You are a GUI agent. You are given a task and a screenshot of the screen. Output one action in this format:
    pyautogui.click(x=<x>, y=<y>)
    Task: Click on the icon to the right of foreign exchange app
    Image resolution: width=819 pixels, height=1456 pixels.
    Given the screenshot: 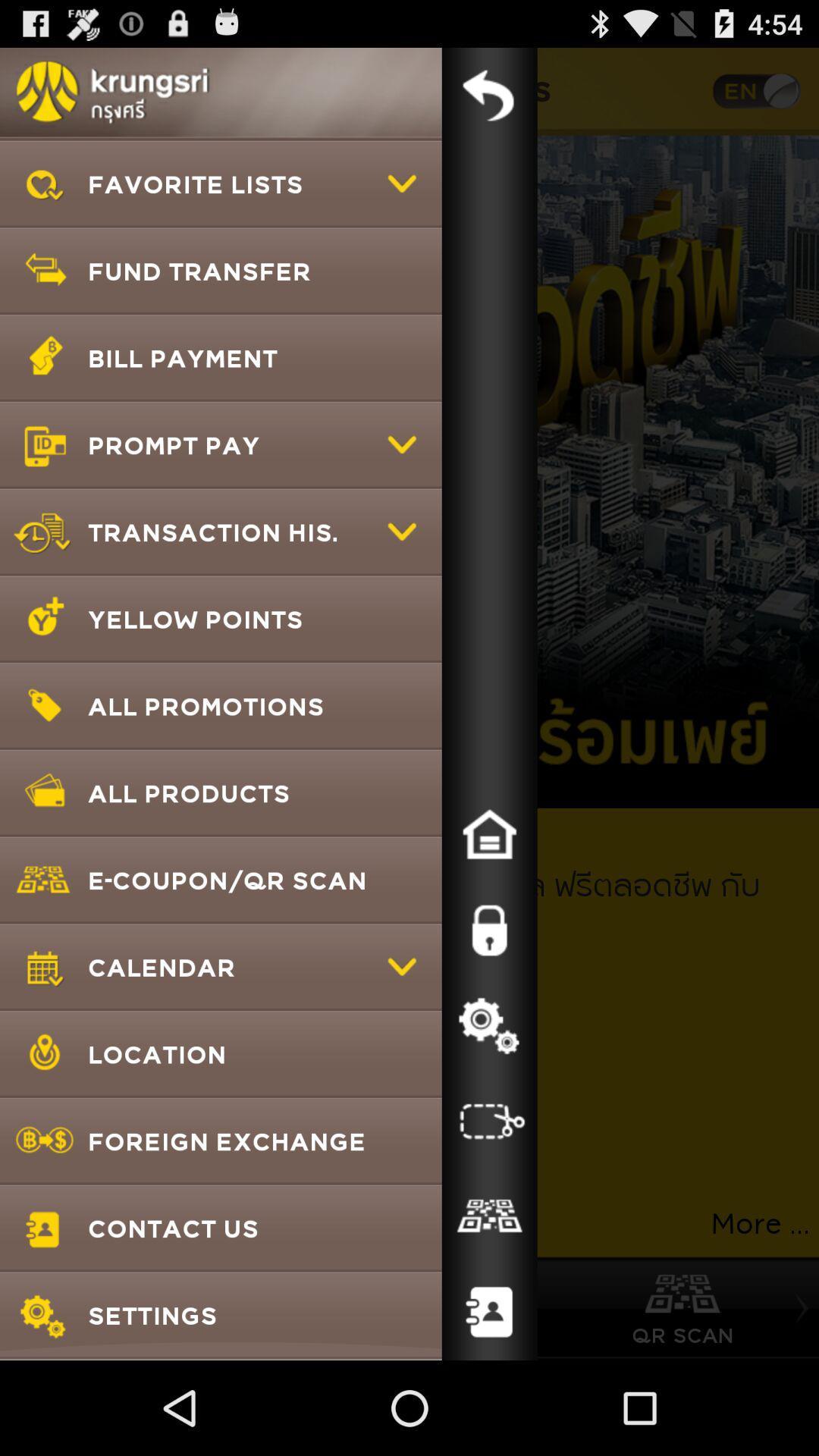 What is the action you would take?
    pyautogui.click(x=489, y=1216)
    